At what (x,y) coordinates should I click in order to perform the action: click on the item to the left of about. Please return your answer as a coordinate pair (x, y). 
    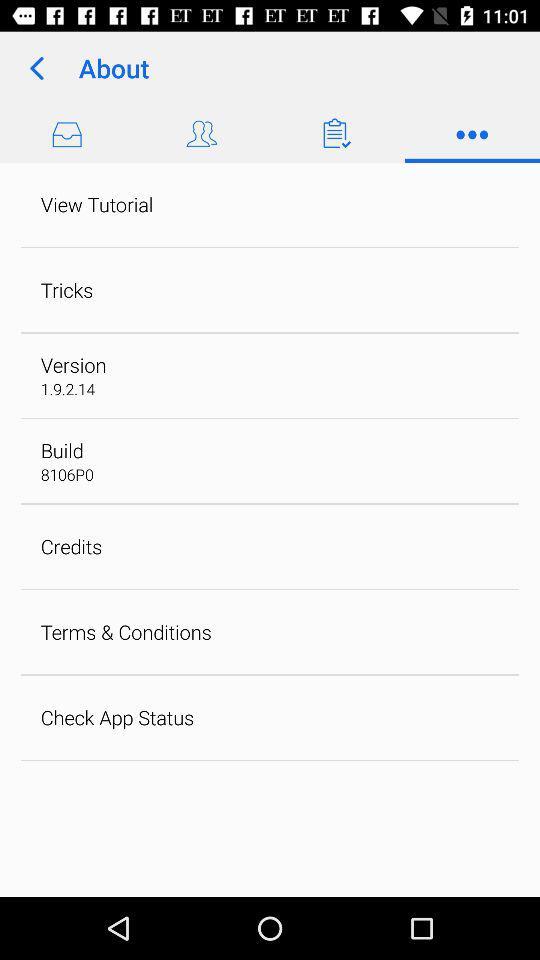
    Looking at the image, I should click on (36, 68).